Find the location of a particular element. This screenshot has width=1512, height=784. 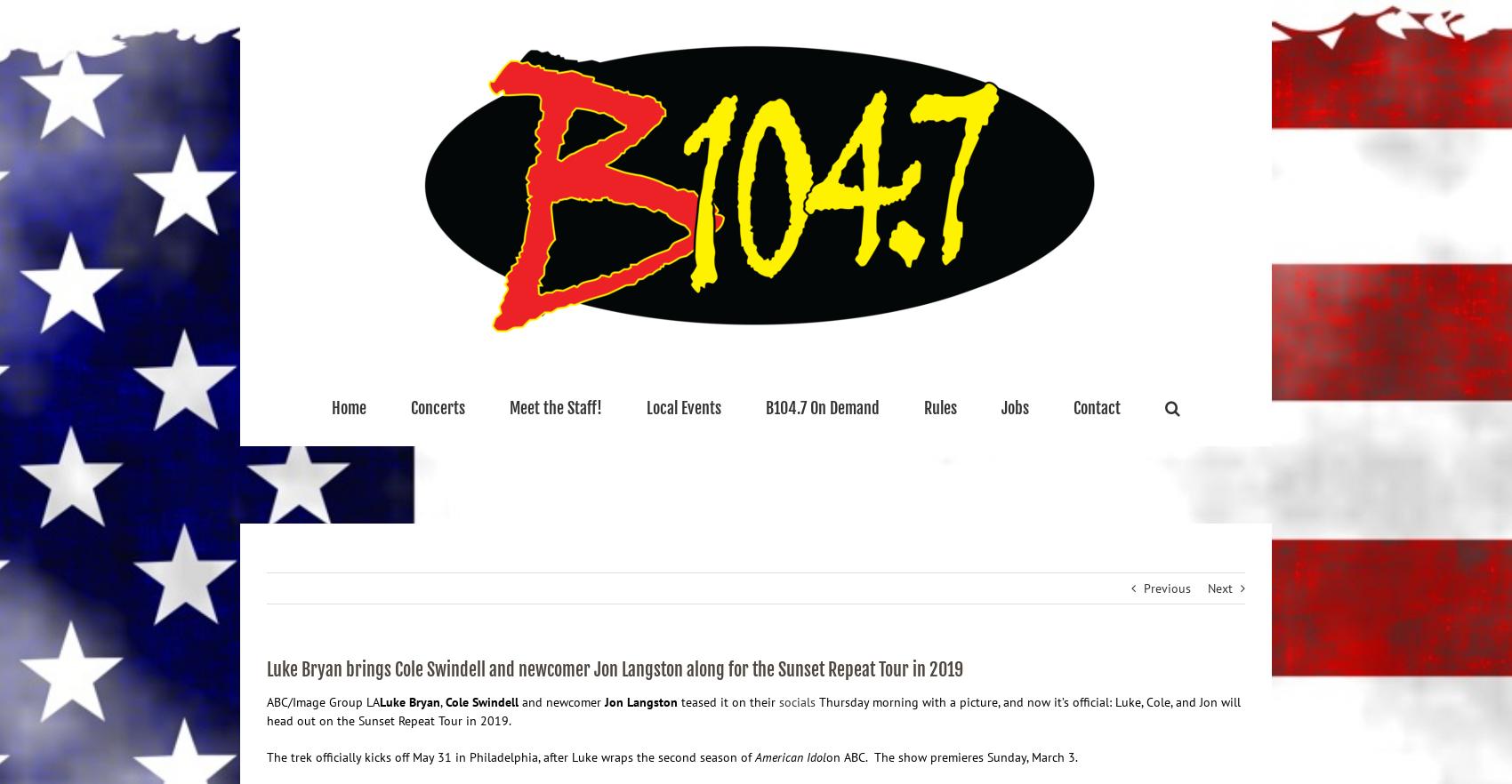

'Local Events' is located at coordinates (683, 407).